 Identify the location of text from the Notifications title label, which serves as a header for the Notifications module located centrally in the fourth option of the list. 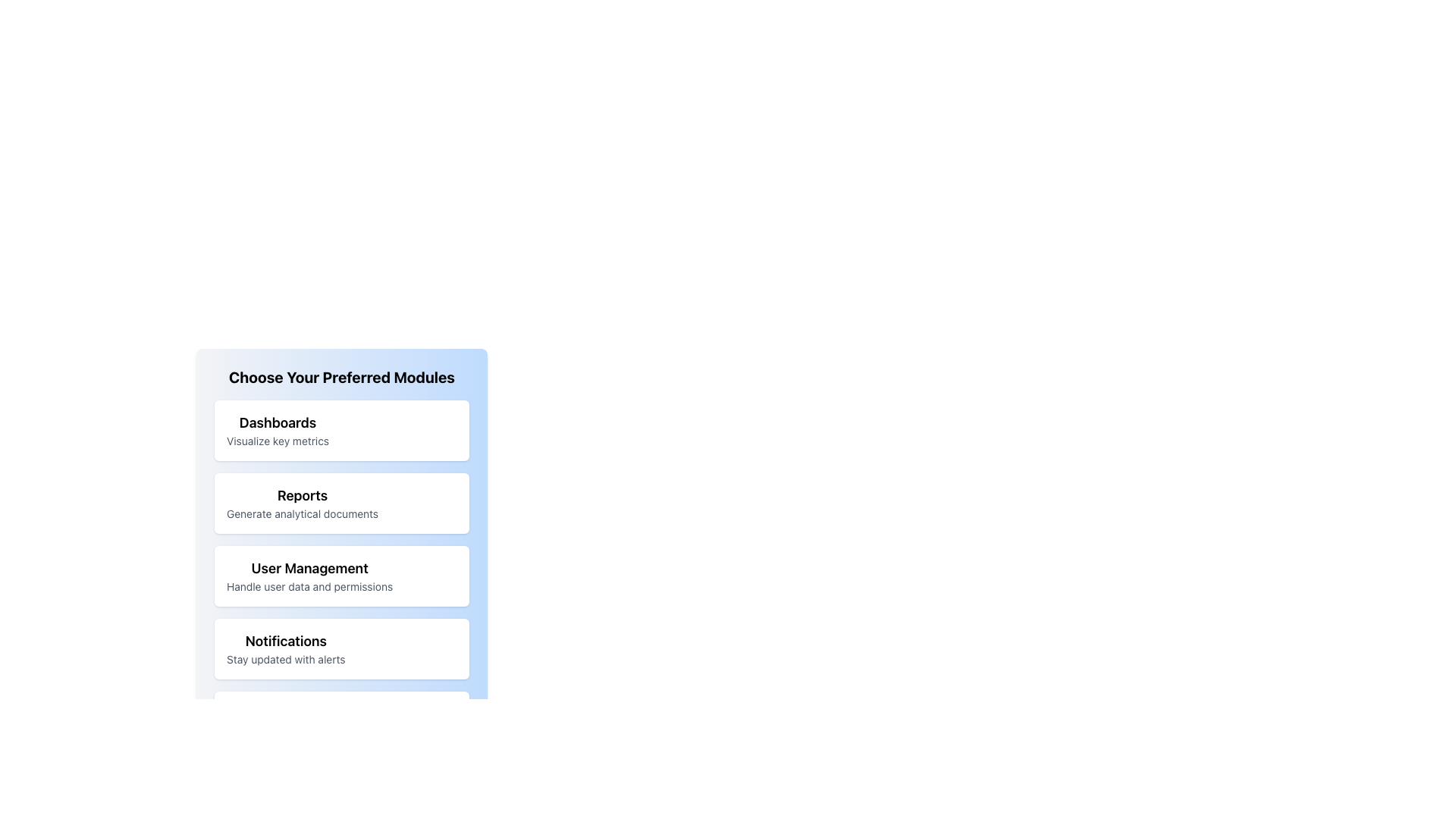
(286, 641).